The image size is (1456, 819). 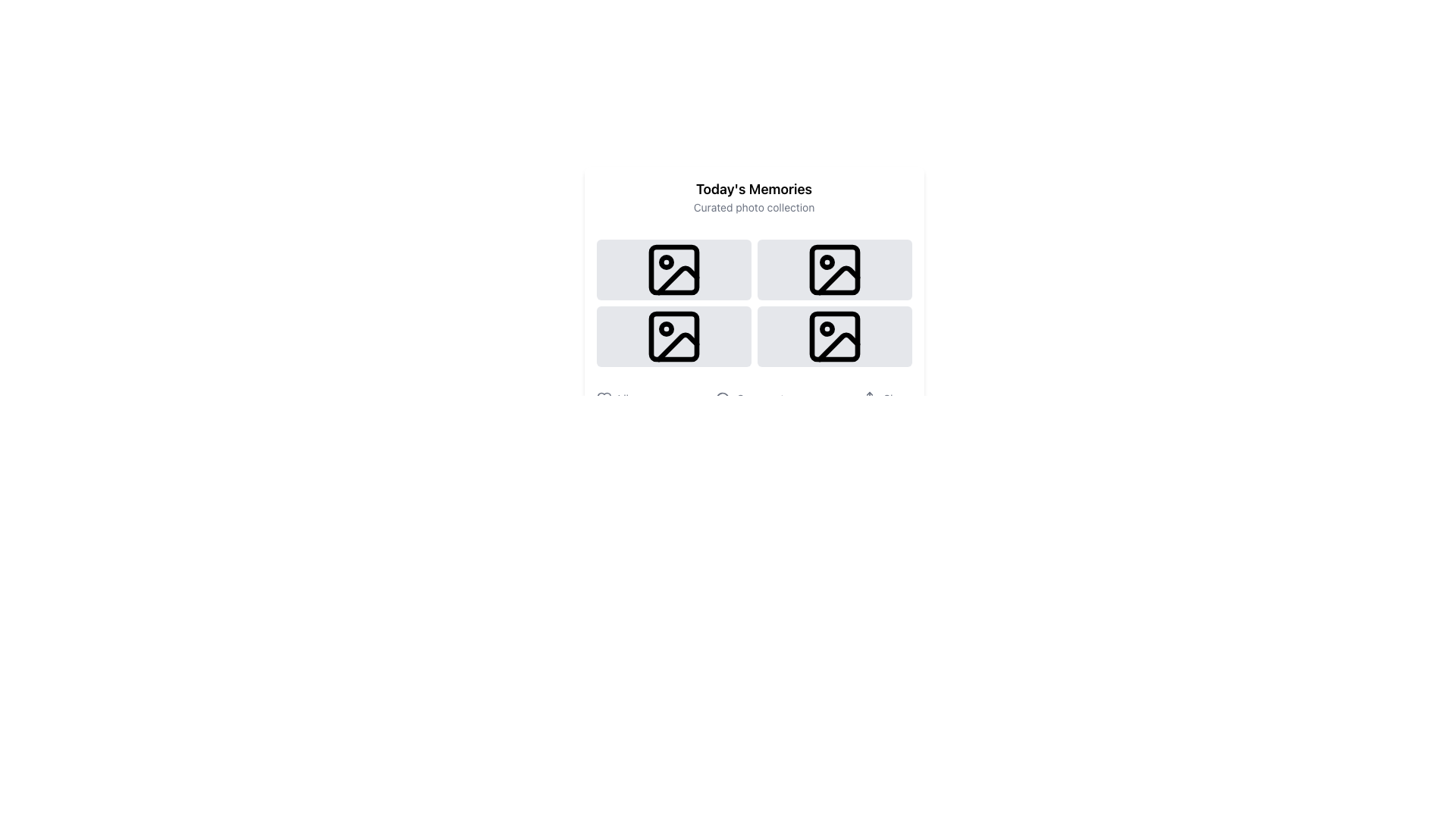 What do you see at coordinates (826, 328) in the screenshot?
I see `the graphical component located in the bottom-right corner of the SVG icon, which is part of a decorative group within the icon's aesthetic representation` at bounding box center [826, 328].